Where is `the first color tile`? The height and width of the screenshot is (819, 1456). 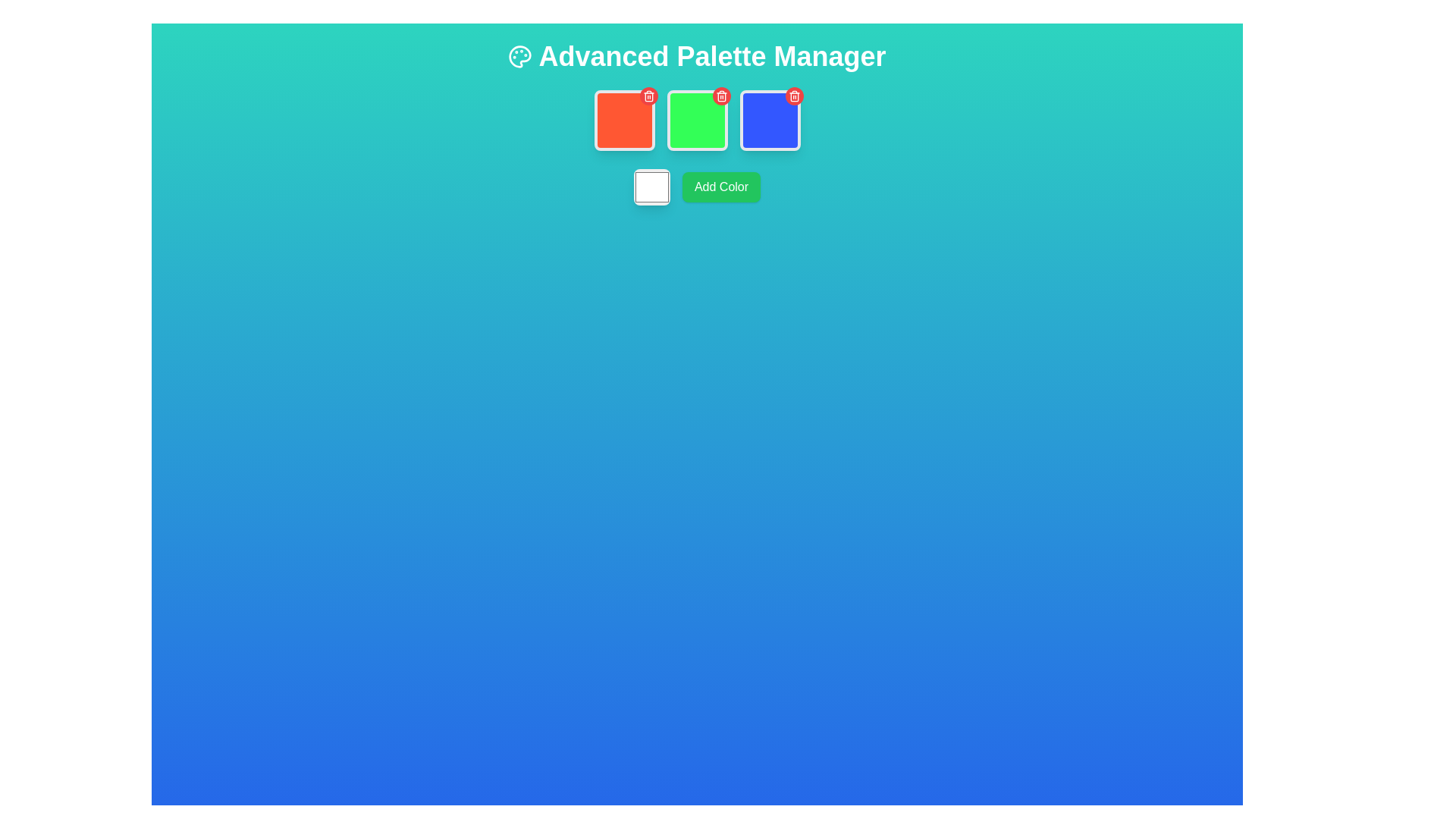 the first color tile is located at coordinates (624, 119).